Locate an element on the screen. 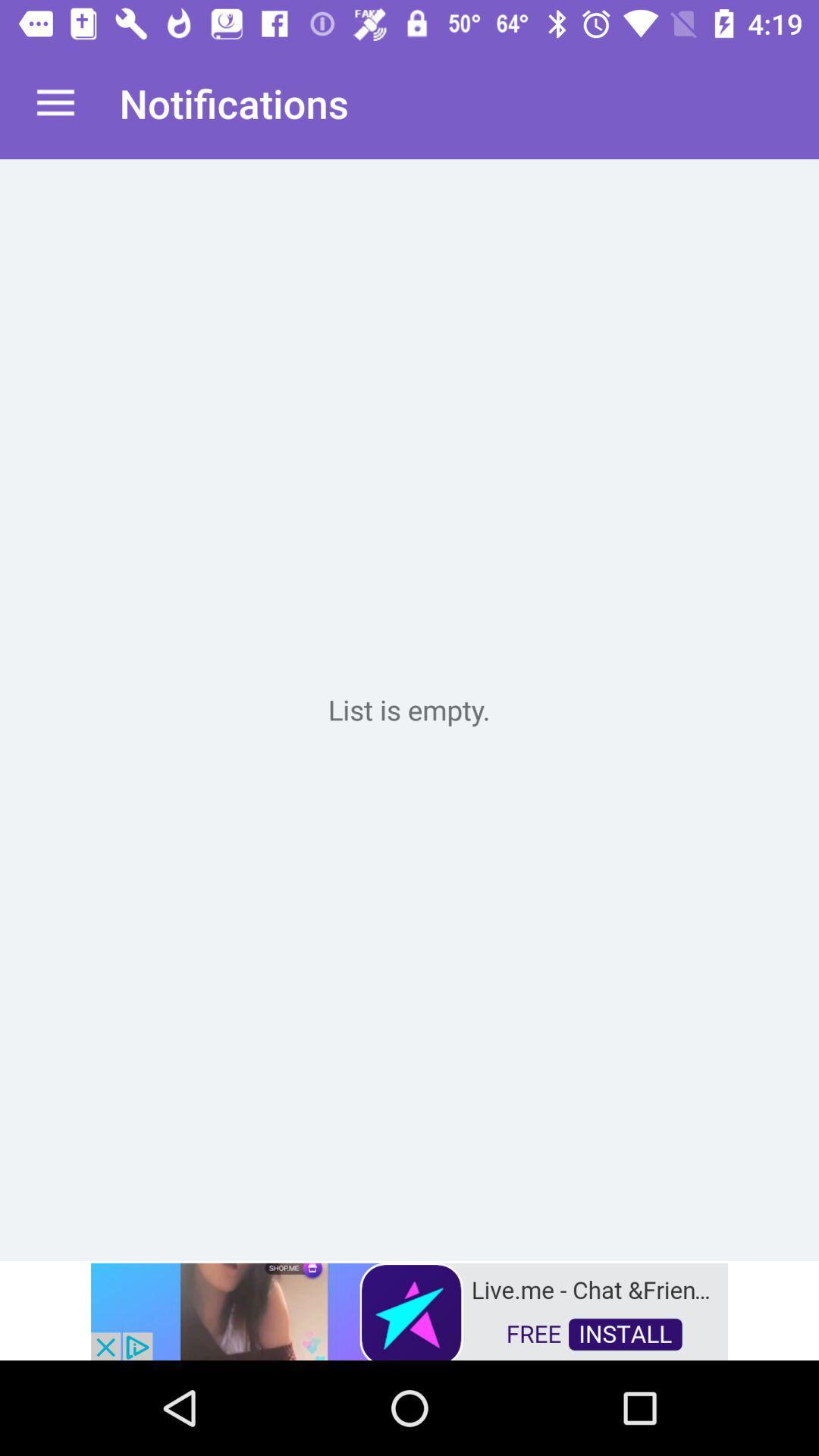 Image resolution: width=819 pixels, height=1456 pixels. empty box is located at coordinates (409, 709).